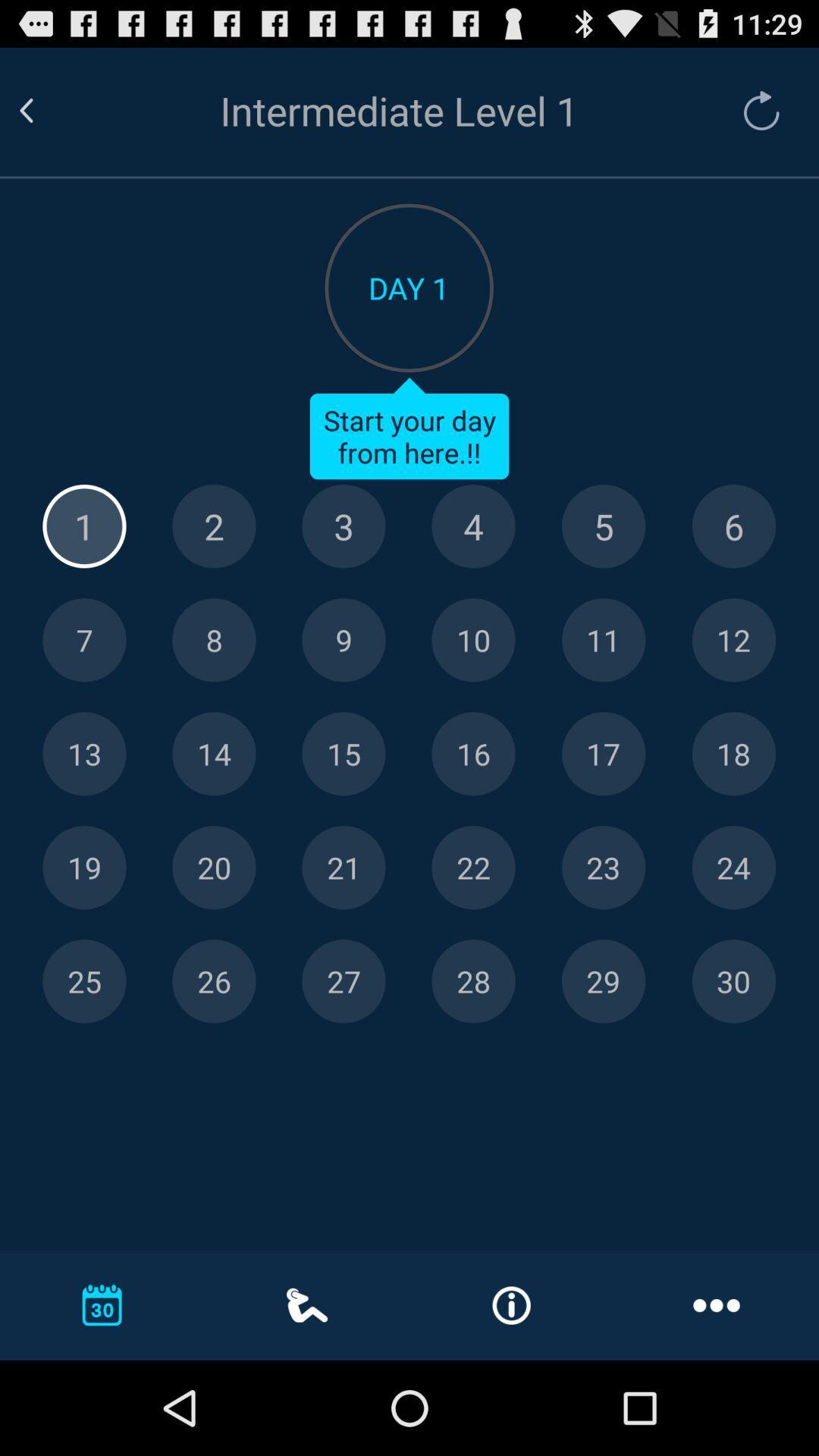  Describe the element at coordinates (344, 868) in the screenshot. I see `twenty-one day` at that location.